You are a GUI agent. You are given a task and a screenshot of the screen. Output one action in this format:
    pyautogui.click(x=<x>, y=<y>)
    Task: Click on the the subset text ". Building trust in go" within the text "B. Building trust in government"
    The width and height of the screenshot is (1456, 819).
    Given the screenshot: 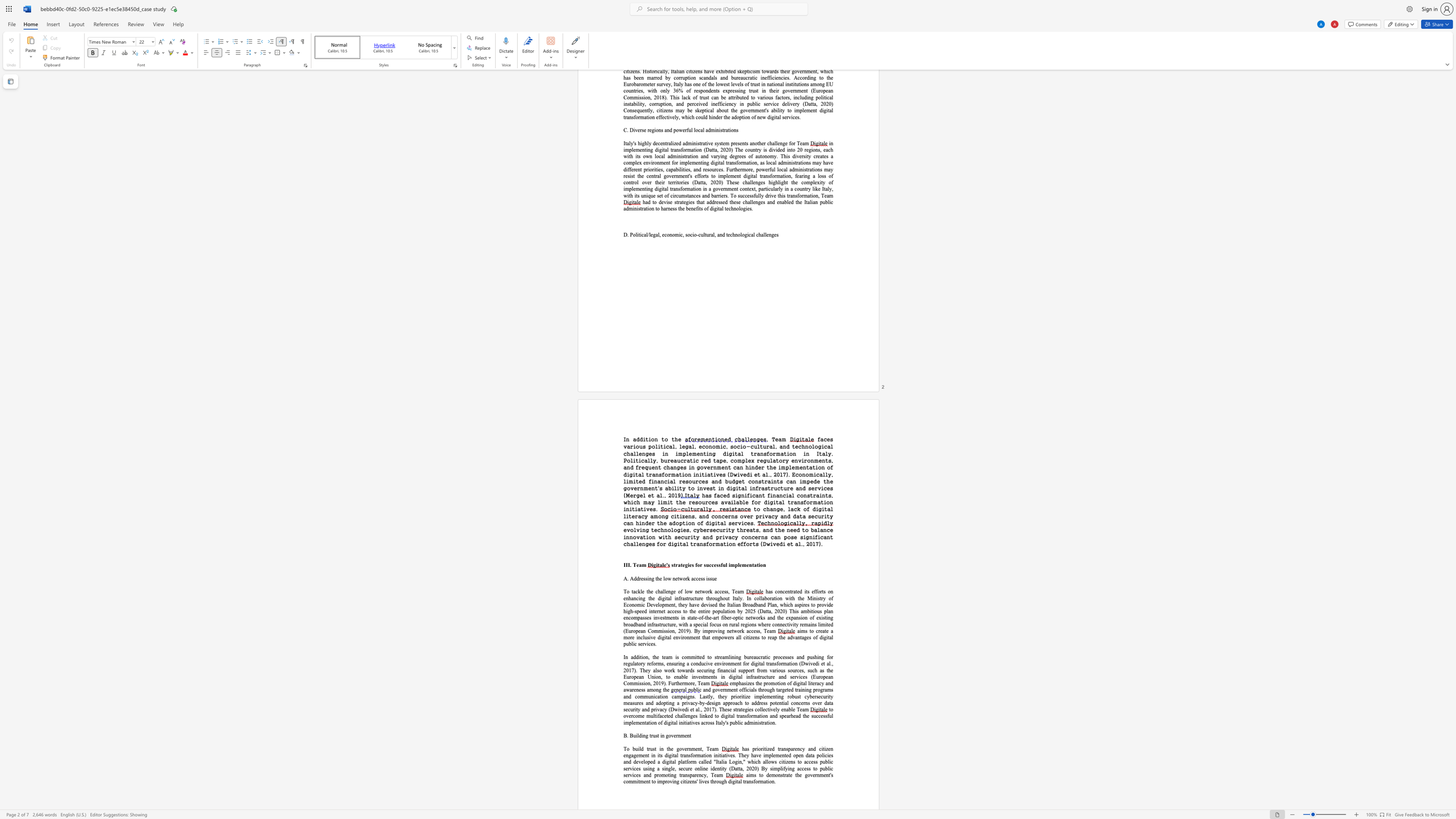 What is the action you would take?
    pyautogui.click(x=626, y=735)
    